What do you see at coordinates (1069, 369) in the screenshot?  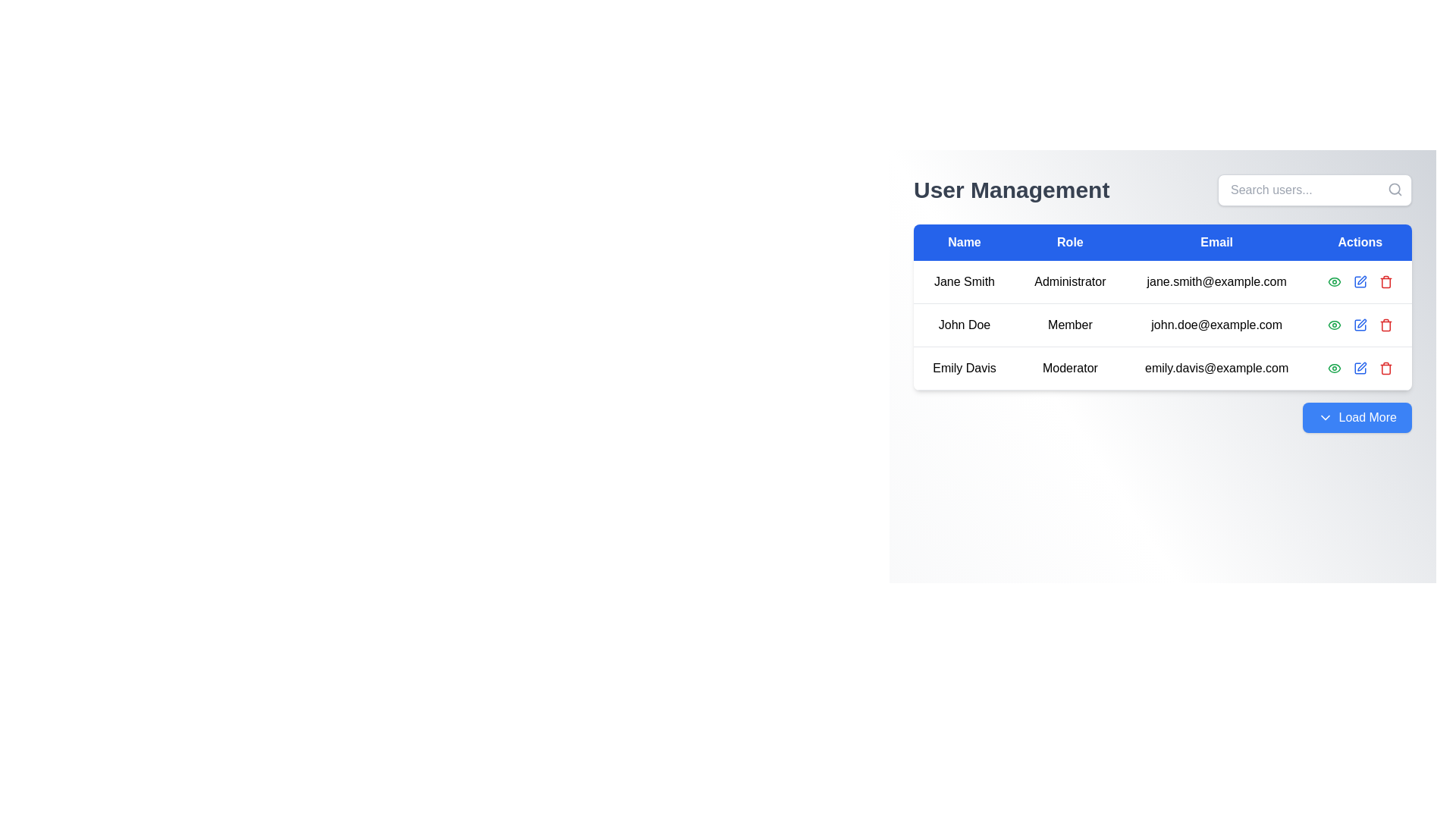 I see `the 'Role' text label for user 'Emily Davis' located in the User Management section, specifically in the third row between the Name and Email columns` at bounding box center [1069, 369].